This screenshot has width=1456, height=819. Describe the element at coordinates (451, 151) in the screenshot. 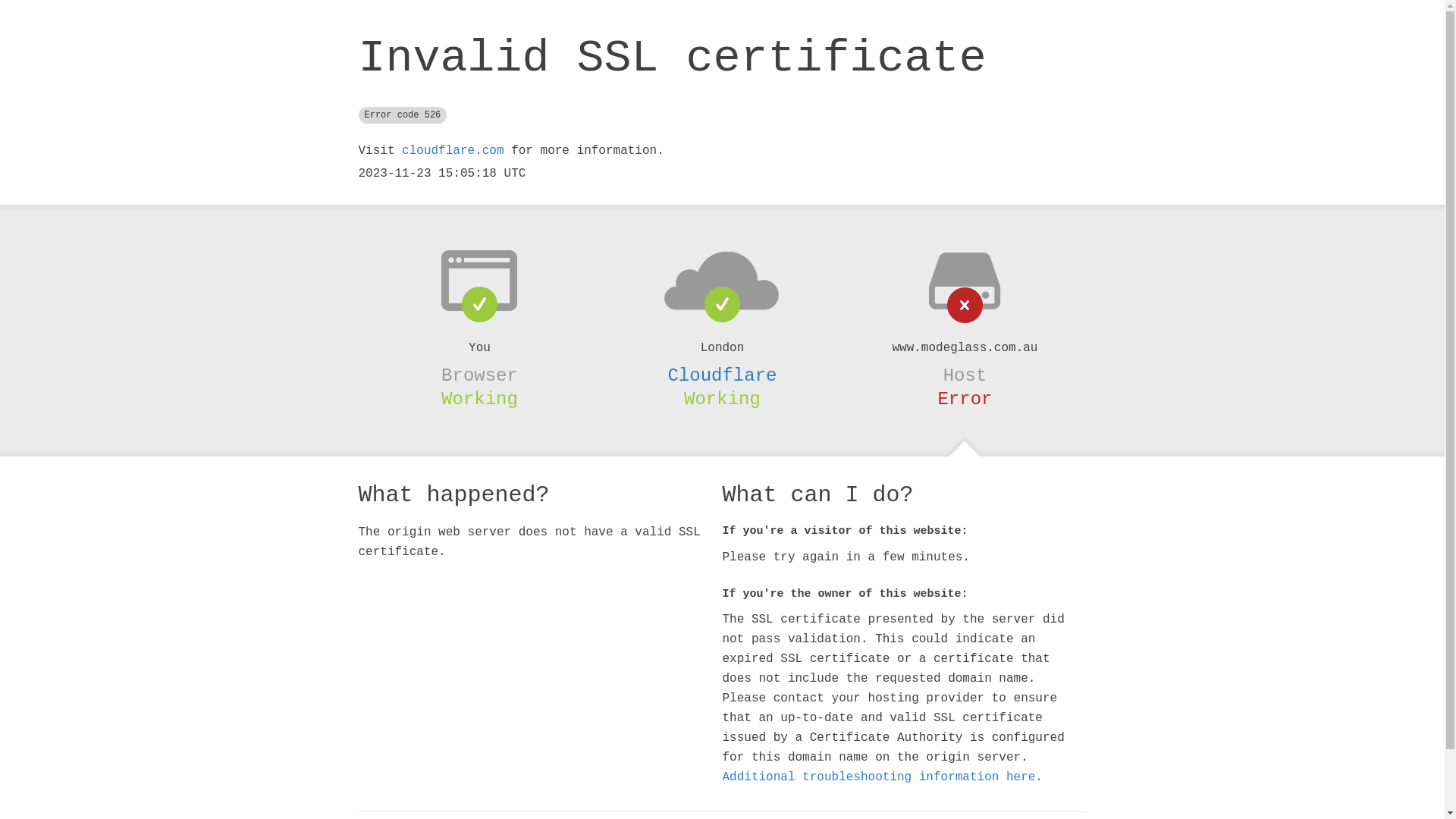

I see `'cloudflare.com'` at that location.